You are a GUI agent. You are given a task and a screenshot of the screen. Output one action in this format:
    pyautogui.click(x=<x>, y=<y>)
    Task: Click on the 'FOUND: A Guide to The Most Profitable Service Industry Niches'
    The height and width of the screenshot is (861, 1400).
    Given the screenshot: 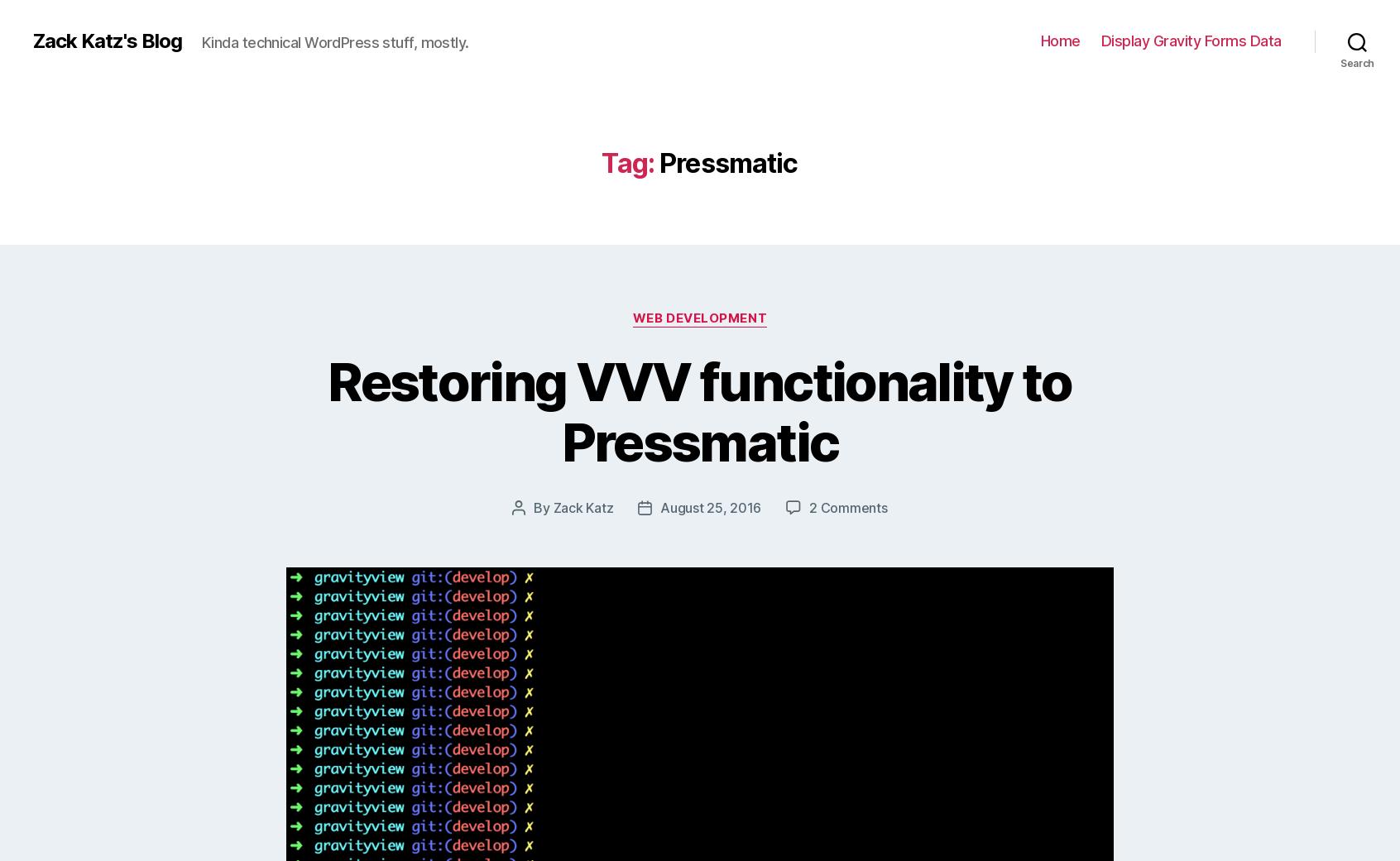 What is the action you would take?
    pyautogui.click(x=937, y=602)
    